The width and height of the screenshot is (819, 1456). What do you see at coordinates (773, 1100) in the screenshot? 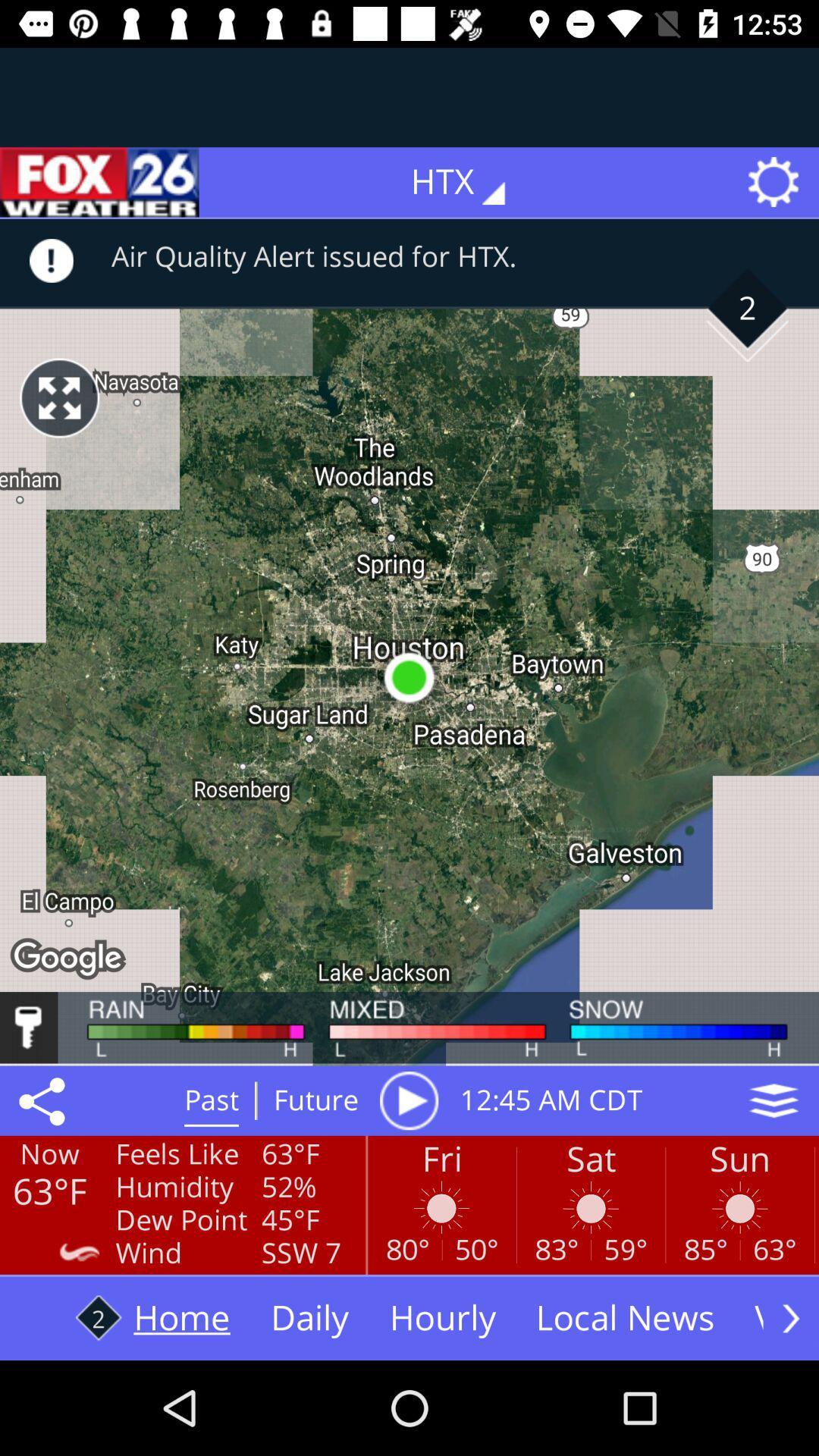
I see `item next to 12 45 am` at bounding box center [773, 1100].